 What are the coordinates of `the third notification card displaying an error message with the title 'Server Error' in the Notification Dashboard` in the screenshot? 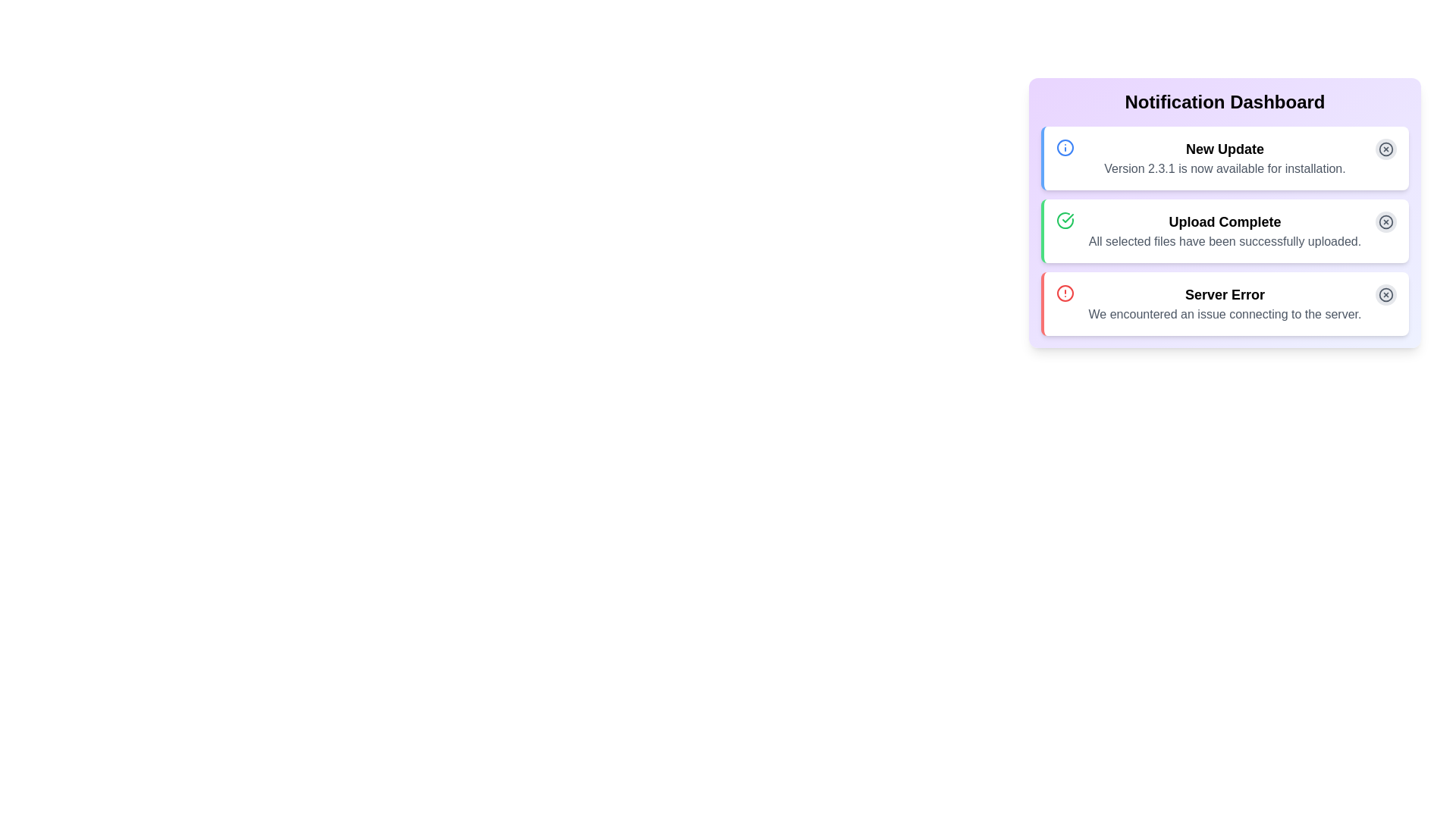 It's located at (1225, 304).